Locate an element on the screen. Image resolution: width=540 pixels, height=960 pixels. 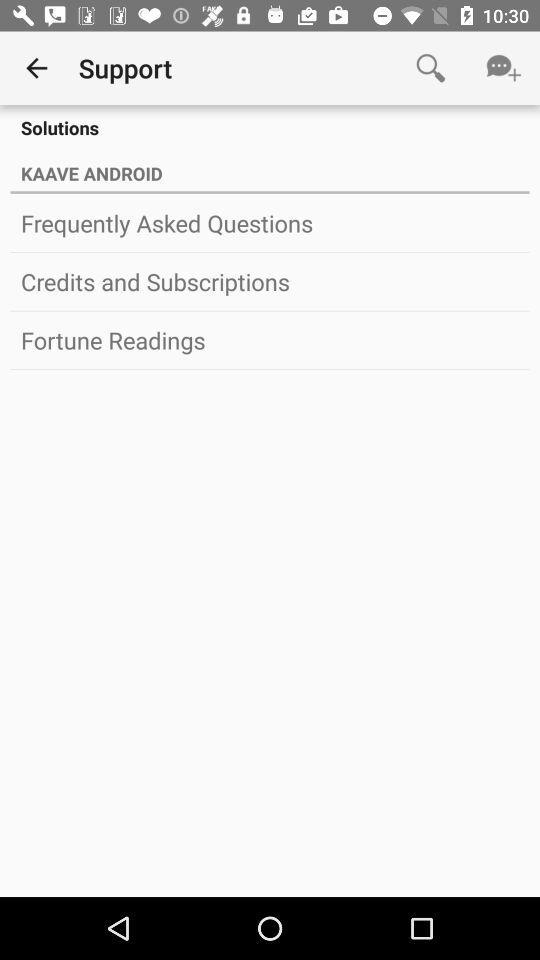
icon to the left of support app is located at coordinates (36, 68).